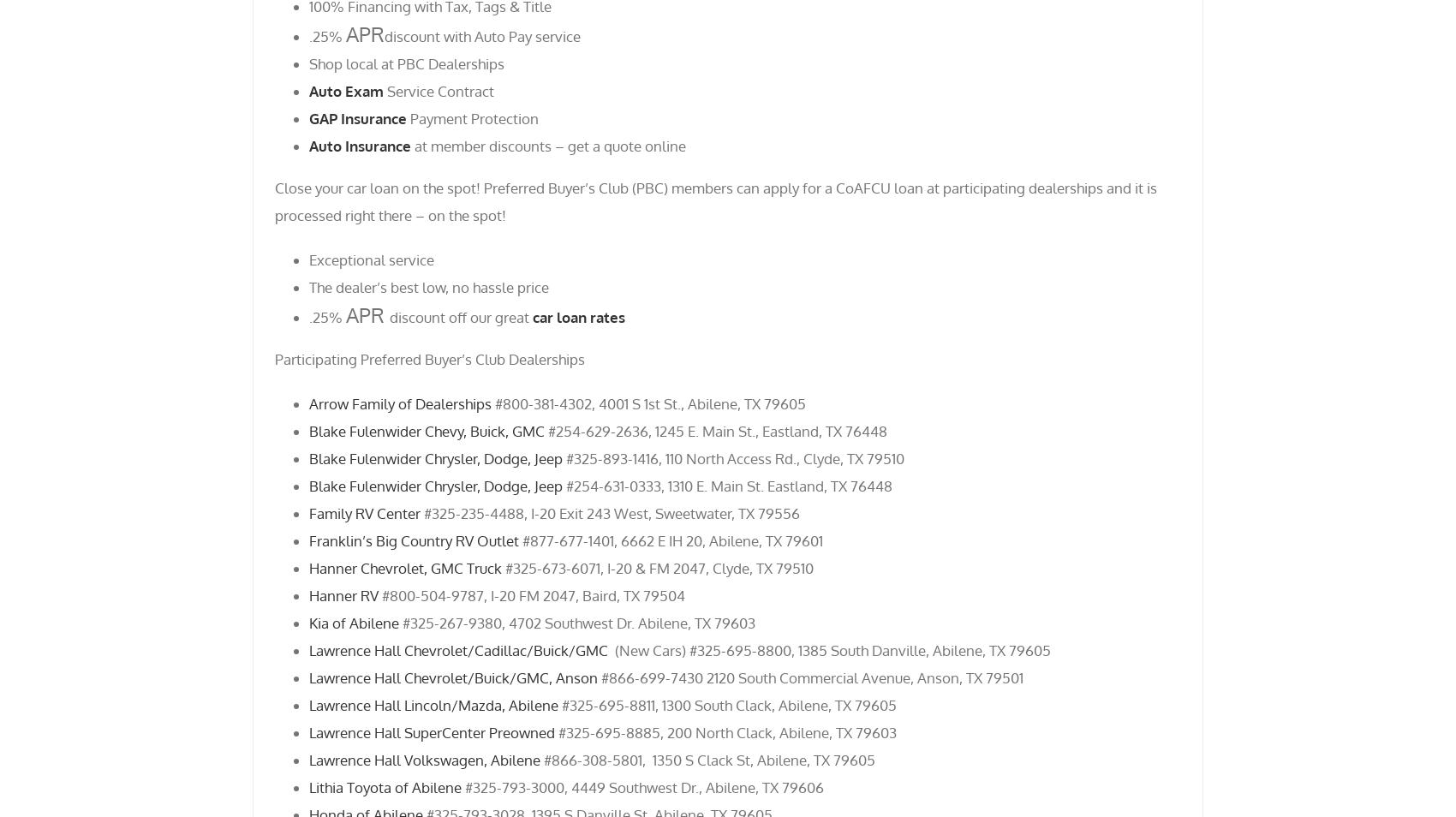  I want to click on 'off our great', so click(445, 316).